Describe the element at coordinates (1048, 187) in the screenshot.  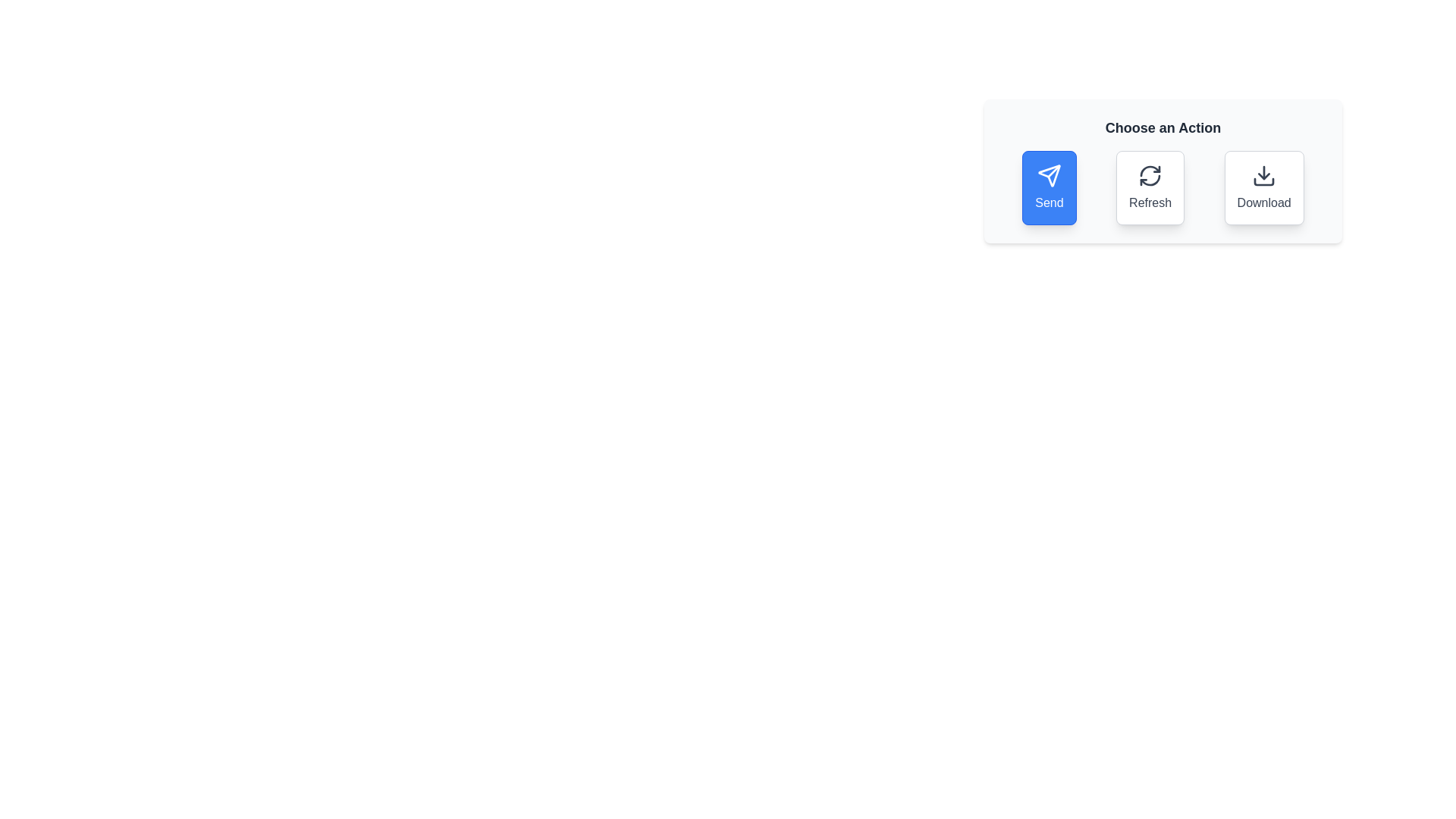
I see `the action chip corresponding to Send` at that location.